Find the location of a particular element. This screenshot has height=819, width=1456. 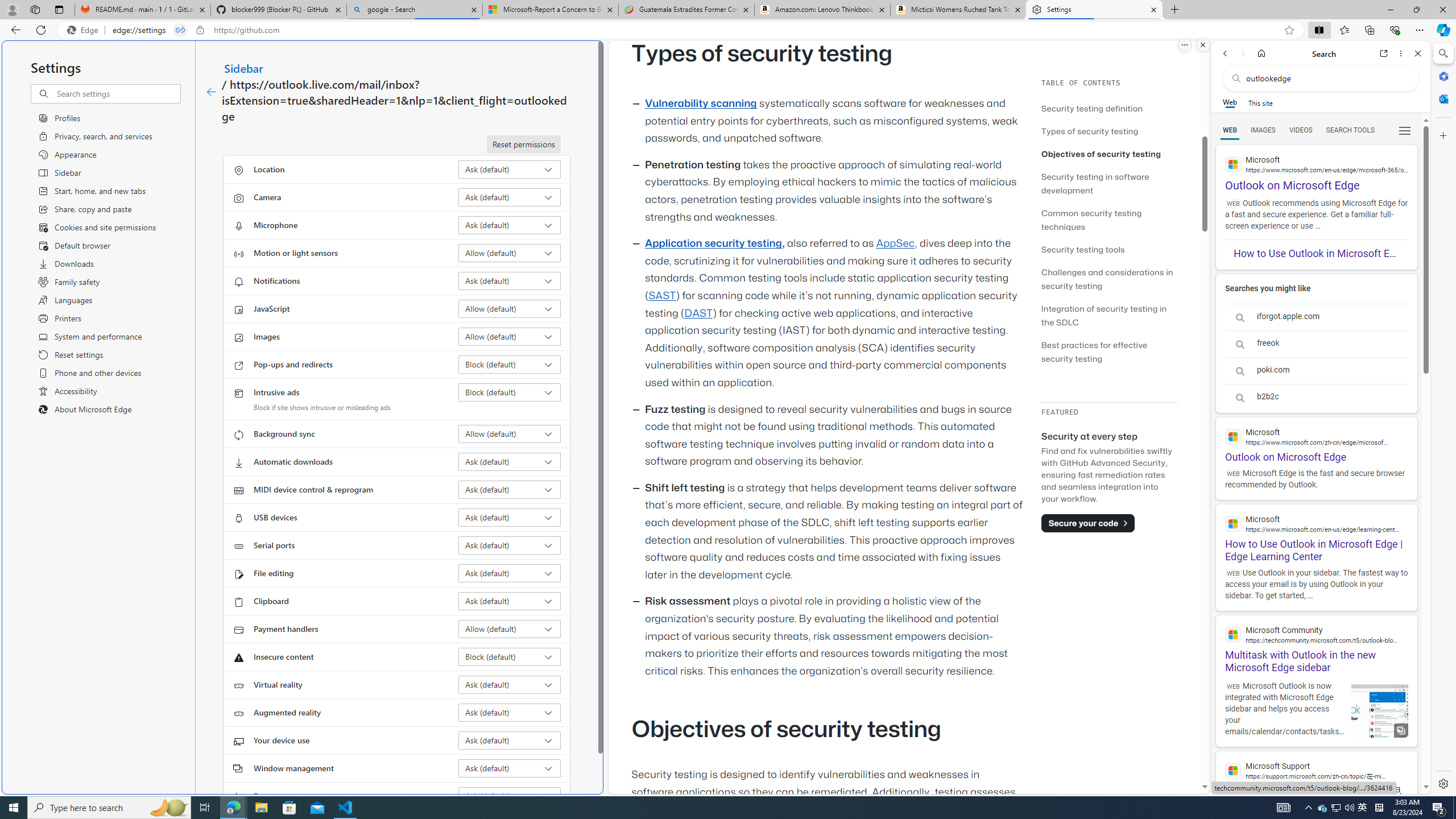

'Window management Ask (default)' is located at coordinates (510, 767).